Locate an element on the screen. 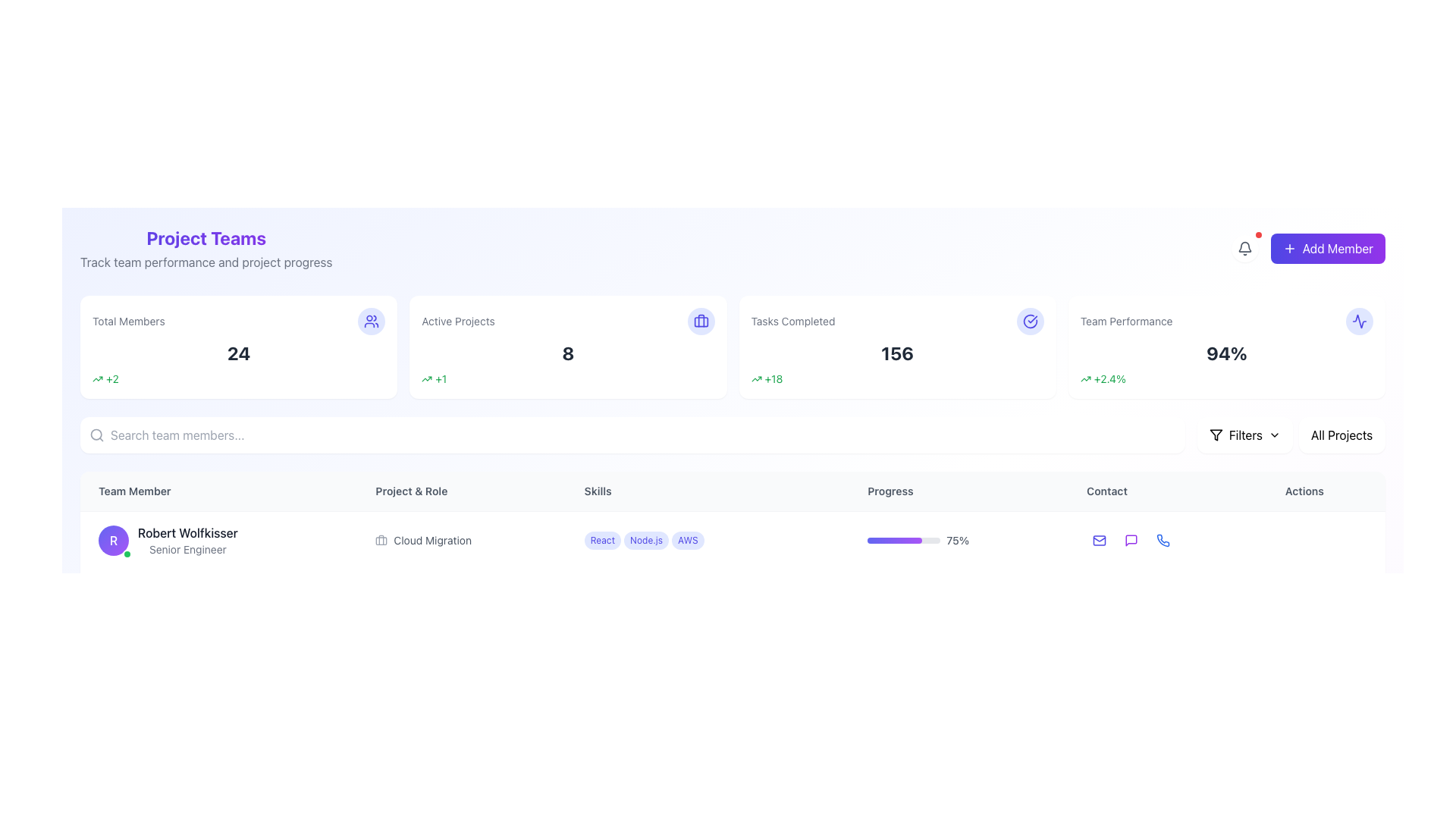 This screenshot has height=819, width=1456. the text label '+2' which indicates an increase in the 'Total Members' count, located adjacent to the upward arrow icon within the 'Total Members' card is located at coordinates (111, 378).